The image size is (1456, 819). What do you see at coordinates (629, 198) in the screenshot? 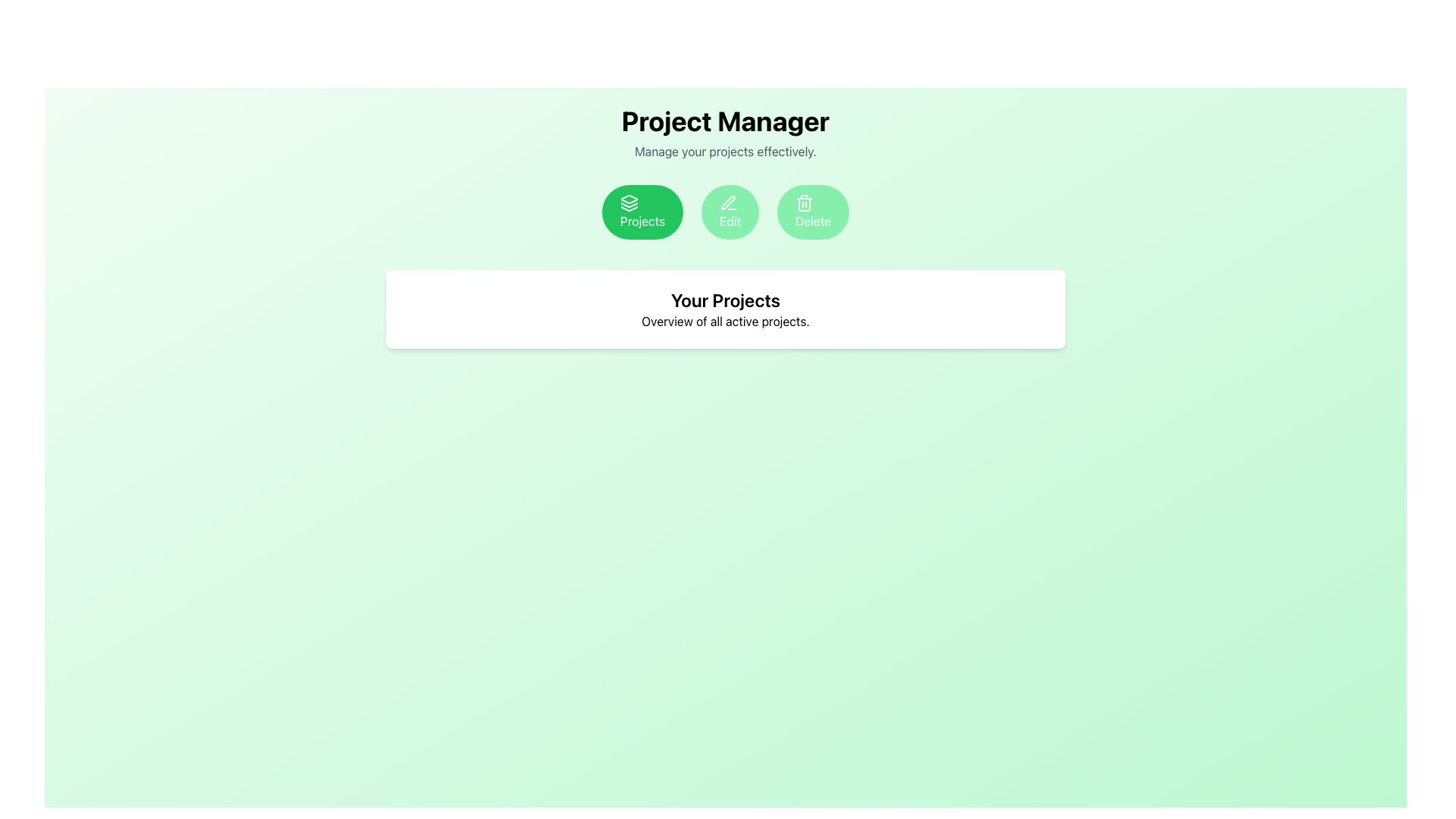
I see `the 'Projects' icon located in the top toolbar, which is the first circular button from the left among three icons` at bounding box center [629, 198].